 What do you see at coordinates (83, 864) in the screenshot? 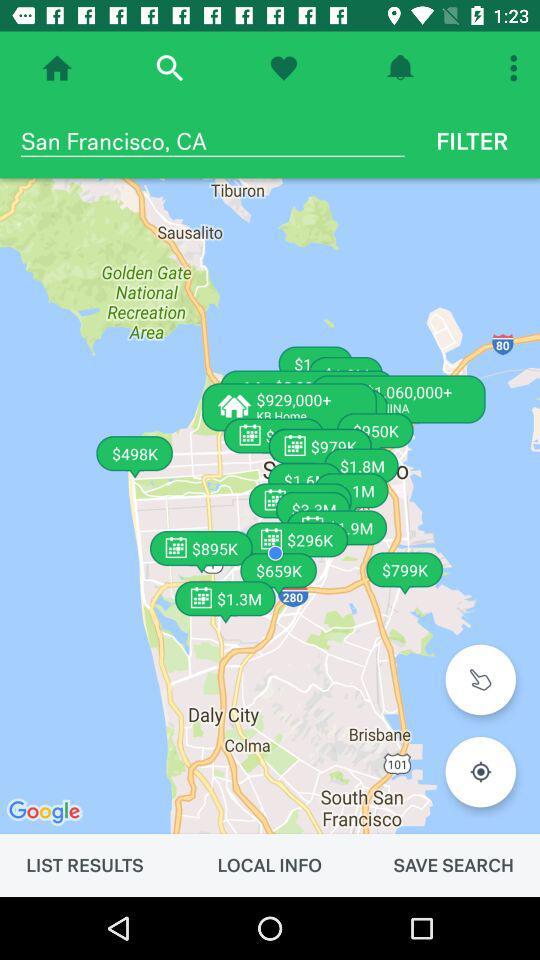
I see `the item next to the local info icon` at bounding box center [83, 864].